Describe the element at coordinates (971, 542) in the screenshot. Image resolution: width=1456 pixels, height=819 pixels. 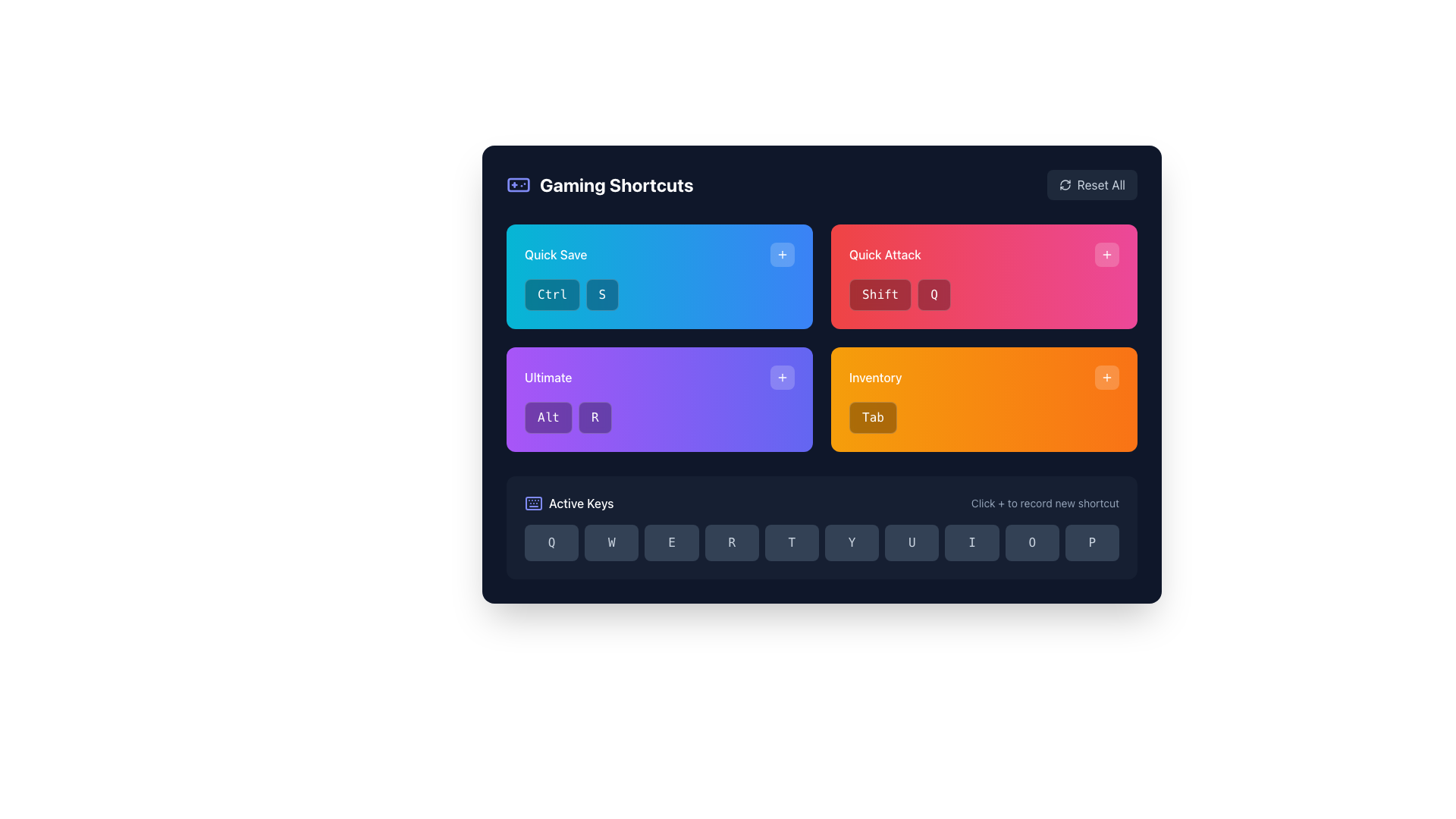
I see `the 'I' button, which has a dark slate background and is part of a horizontal grid layout at the bottom of the interface, to trigger its associated functionality` at that location.